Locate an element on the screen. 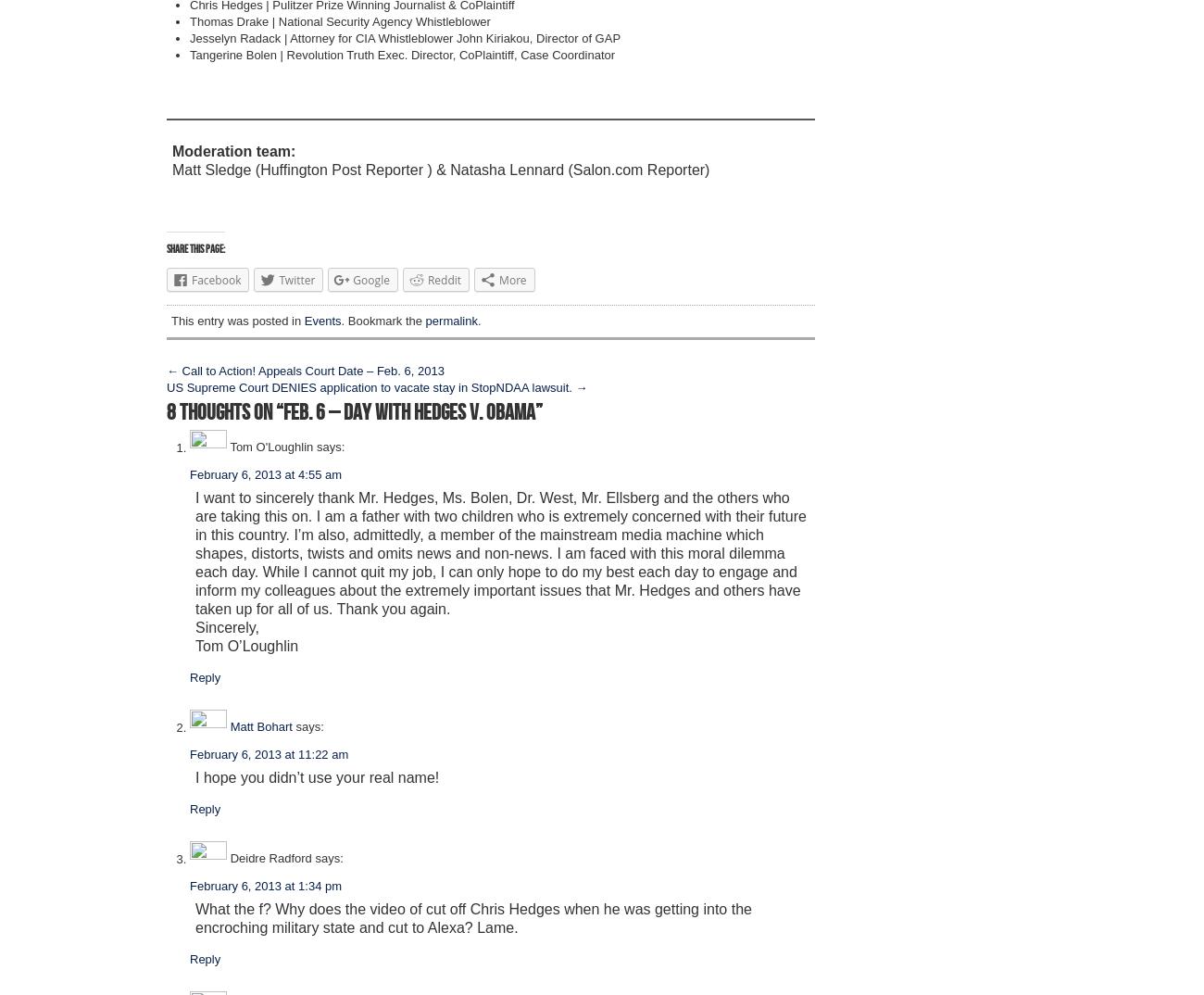  'Tom O'Loughlin' is located at coordinates (271, 446).